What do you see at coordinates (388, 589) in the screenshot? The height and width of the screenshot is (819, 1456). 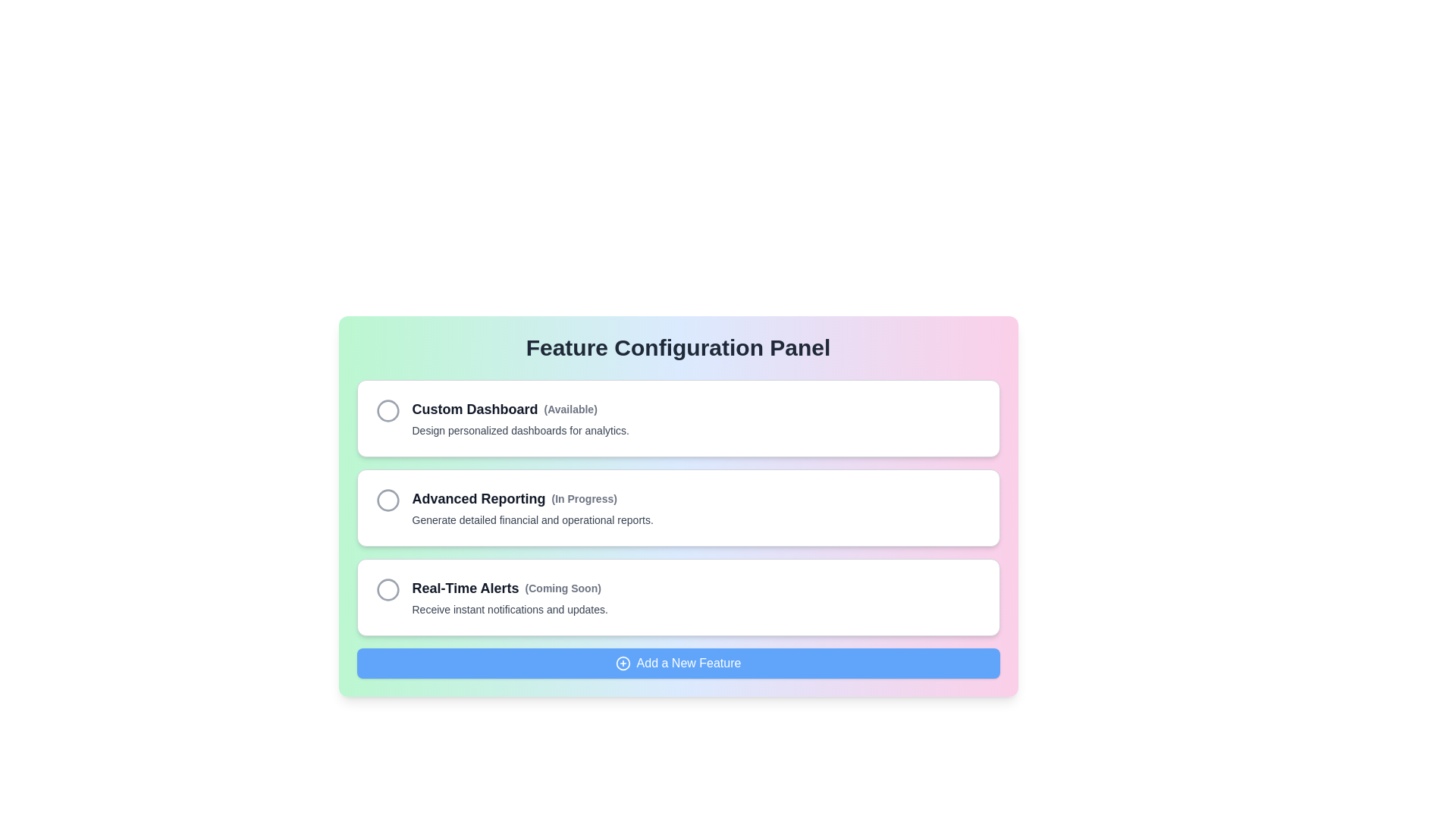 I see `the decorative circular element filled with light gray color, which is the inner circle of the 'Real-Time Alerts' icon in the configuration panel` at bounding box center [388, 589].